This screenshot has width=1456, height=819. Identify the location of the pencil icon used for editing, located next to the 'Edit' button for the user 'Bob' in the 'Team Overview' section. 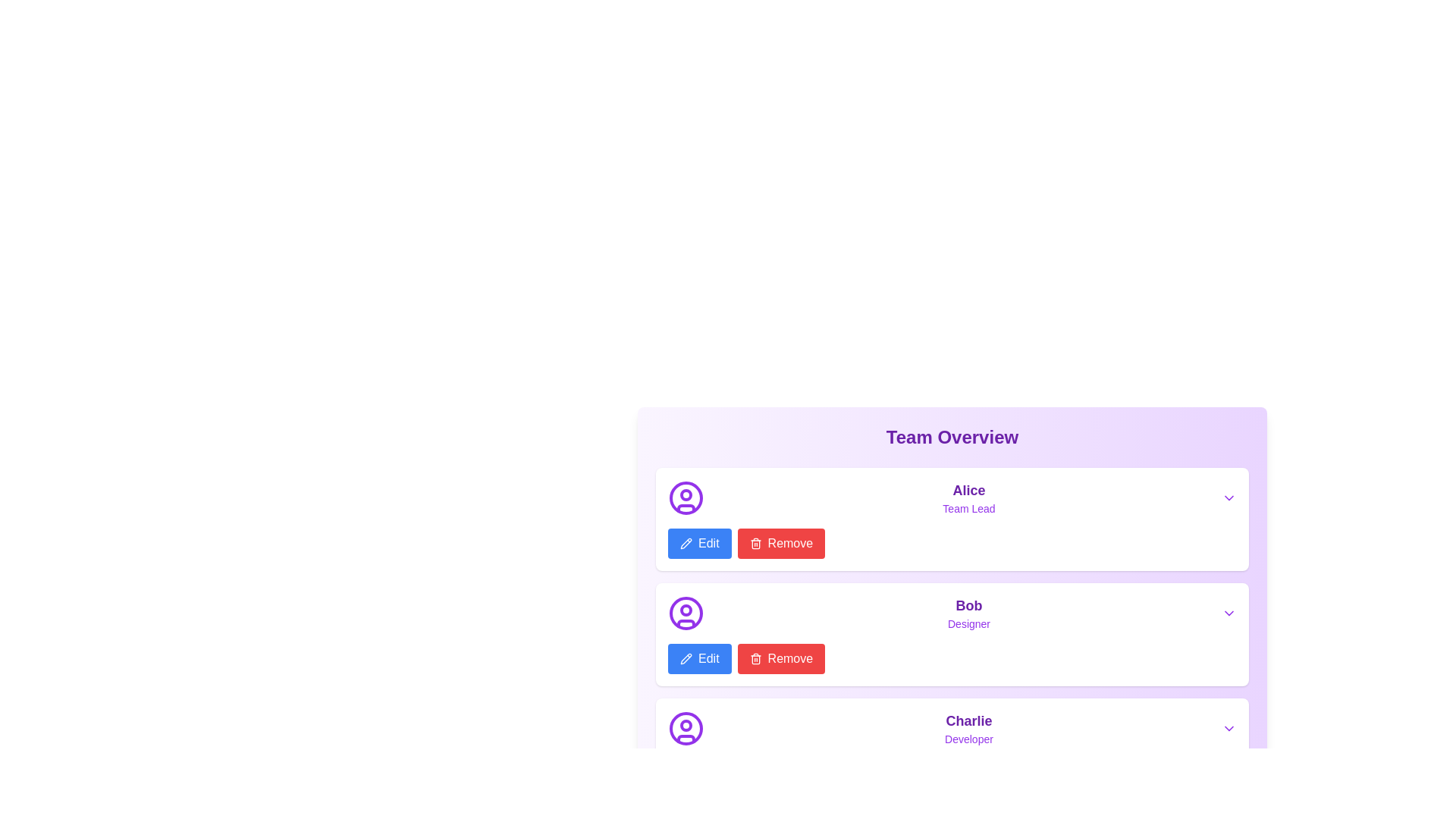
(684, 657).